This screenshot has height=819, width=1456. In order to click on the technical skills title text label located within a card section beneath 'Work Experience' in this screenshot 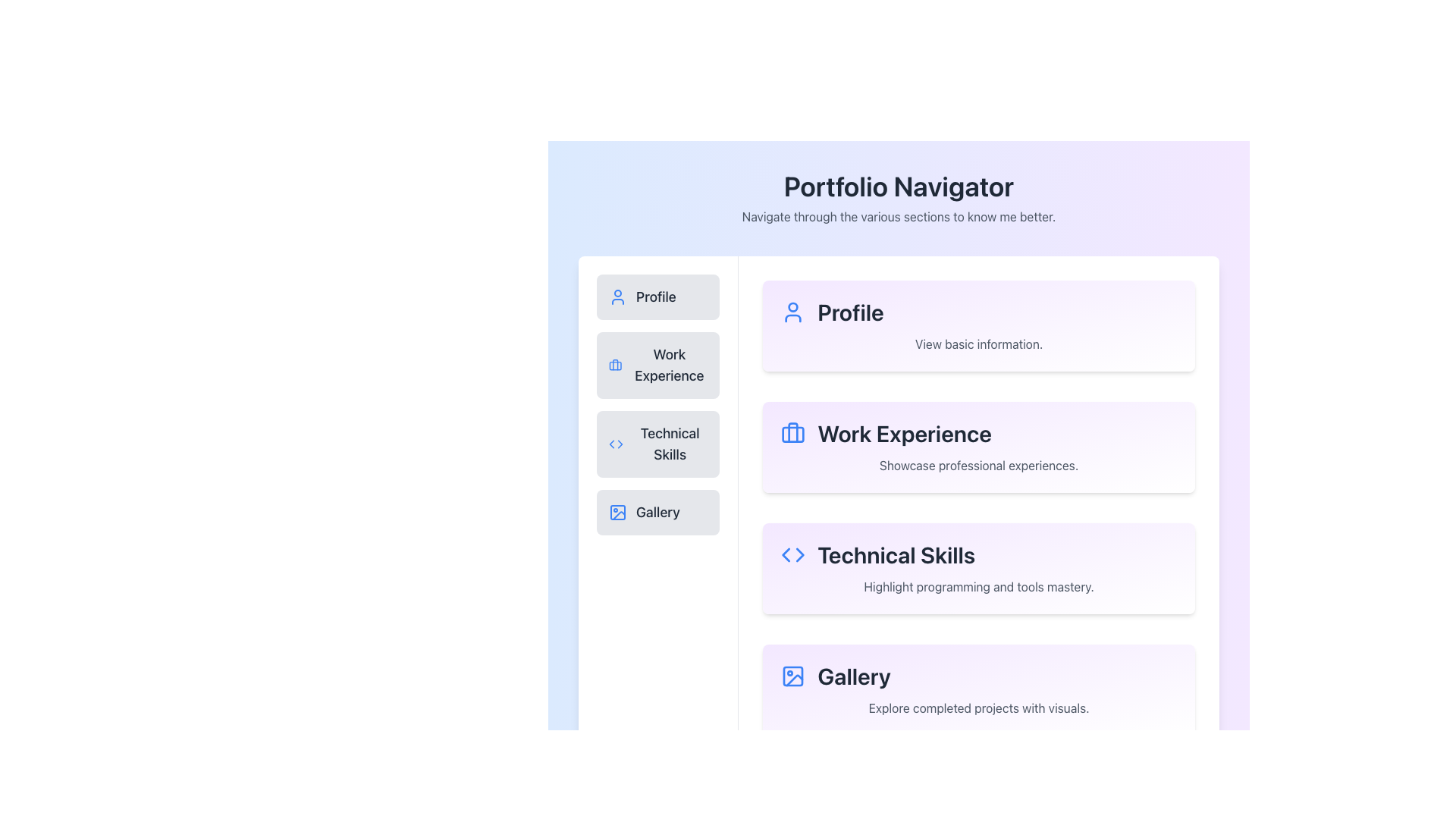, I will do `click(979, 555)`.